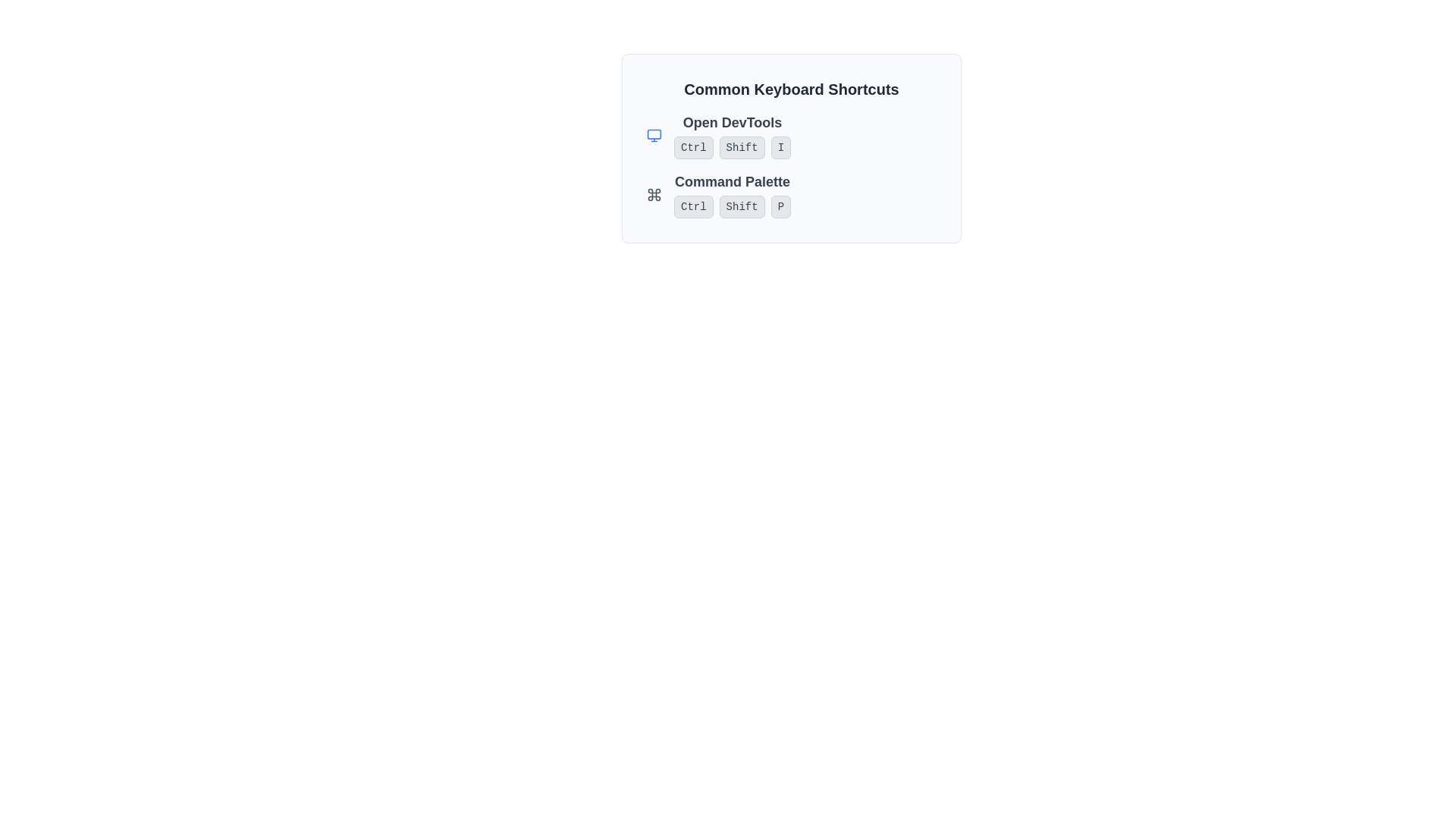  What do you see at coordinates (732, 148) in the screenshot?
I see `the group of buttons indicating keyboard shortcuts for opening the Developer Tools application located under the 'Open DevTools' heading in the 'Common Keyboard Shortcuts' section` at bounding box center [732, 148].